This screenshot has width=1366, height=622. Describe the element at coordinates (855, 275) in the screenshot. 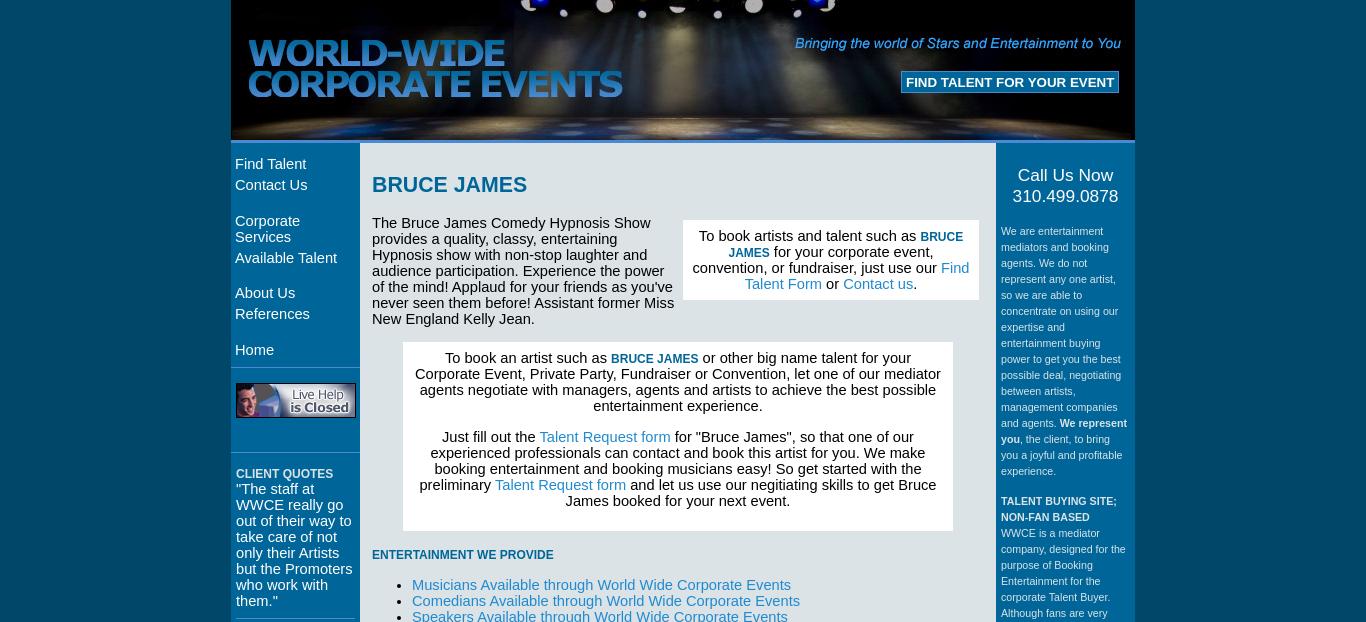

I see `'Find Talent Form'` at that location.